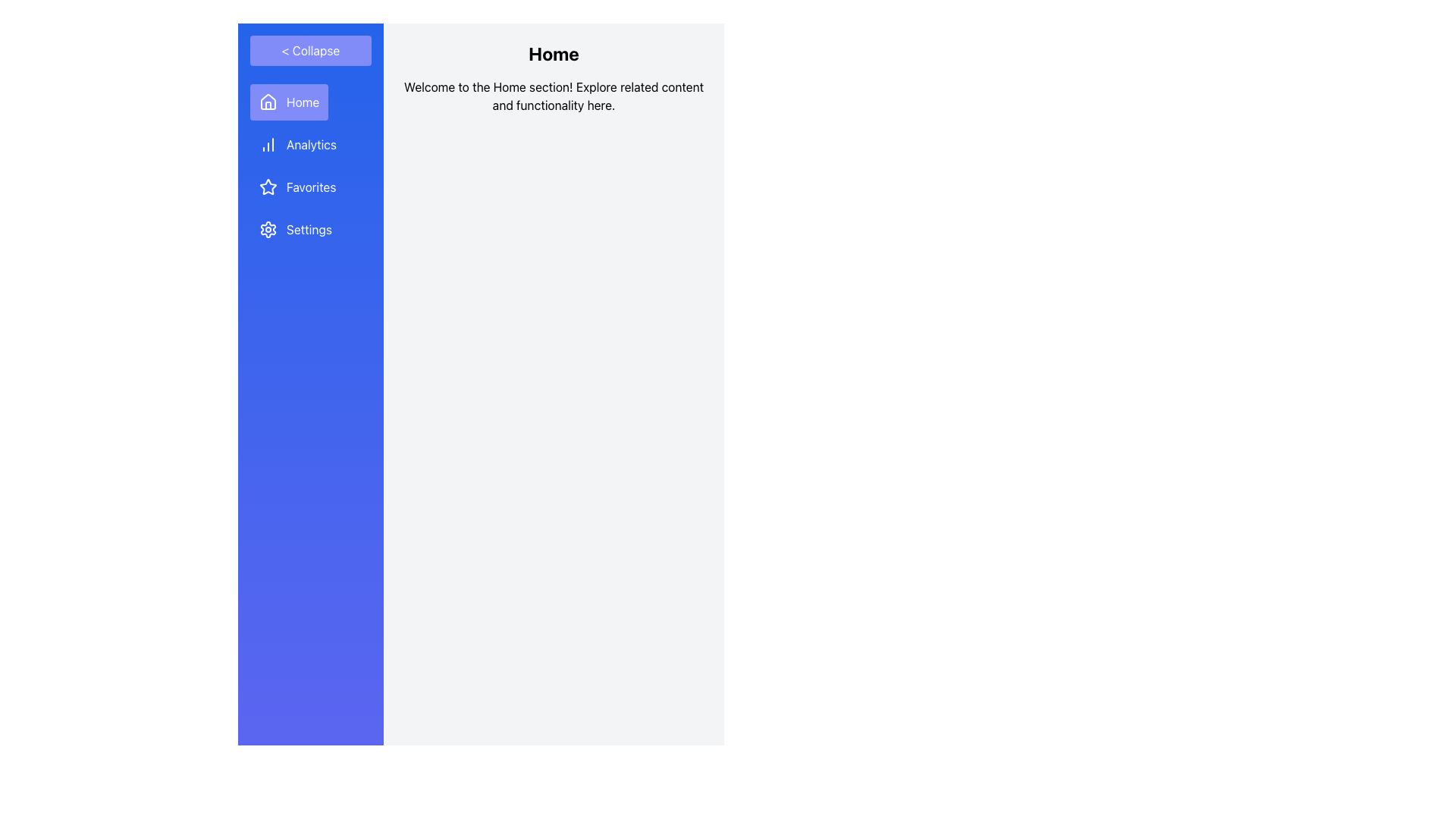 The image size is (1456, 819). I want to click on the Text Block that reads 'Welcome to the Home section! Explore related content and functionality here.', which is located immediately below the 'Home' header and centered in the content area, so click(553, 96).